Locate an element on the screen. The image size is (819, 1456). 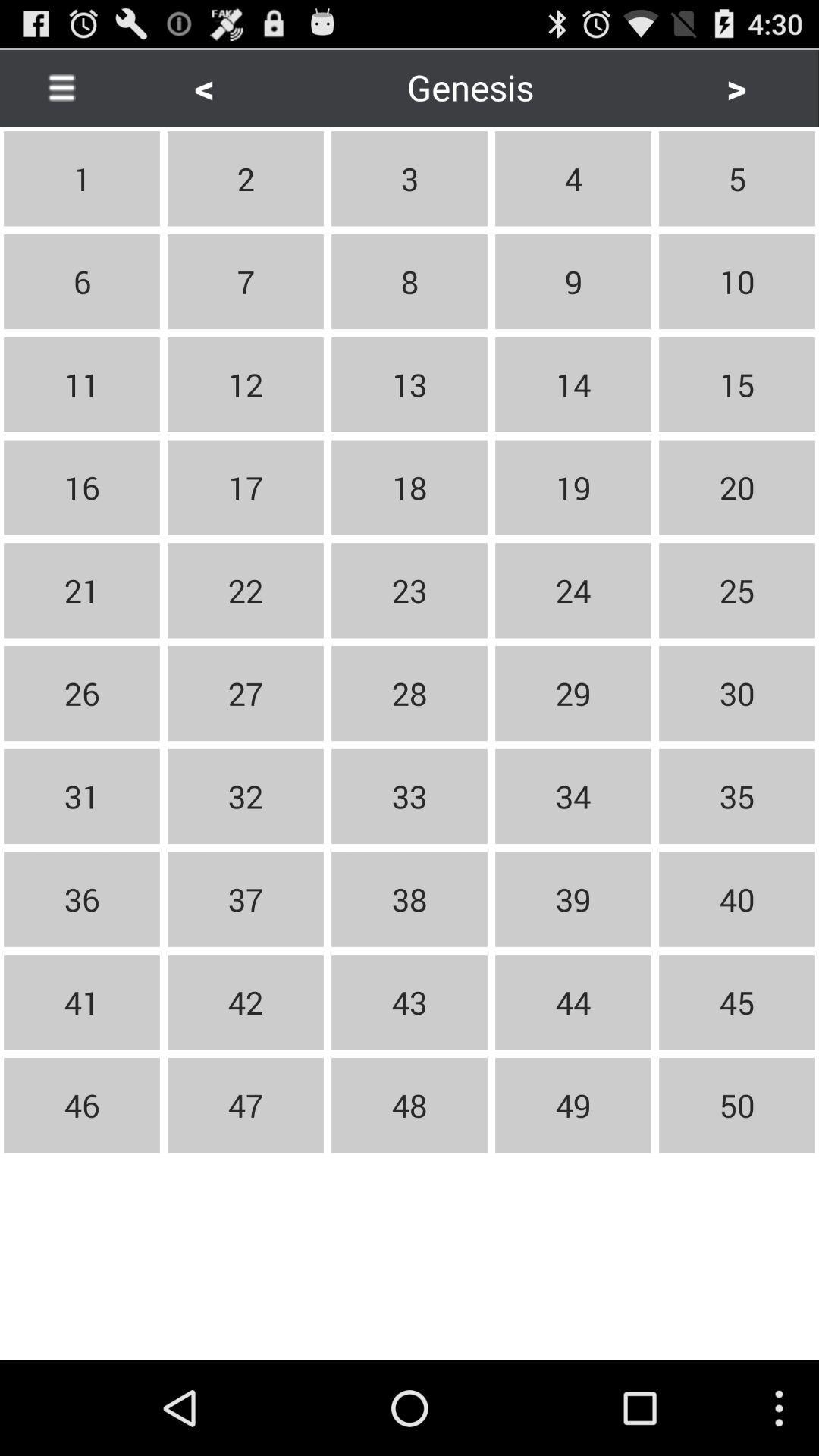
the button next to the < item is located at coordinates (61, 86).